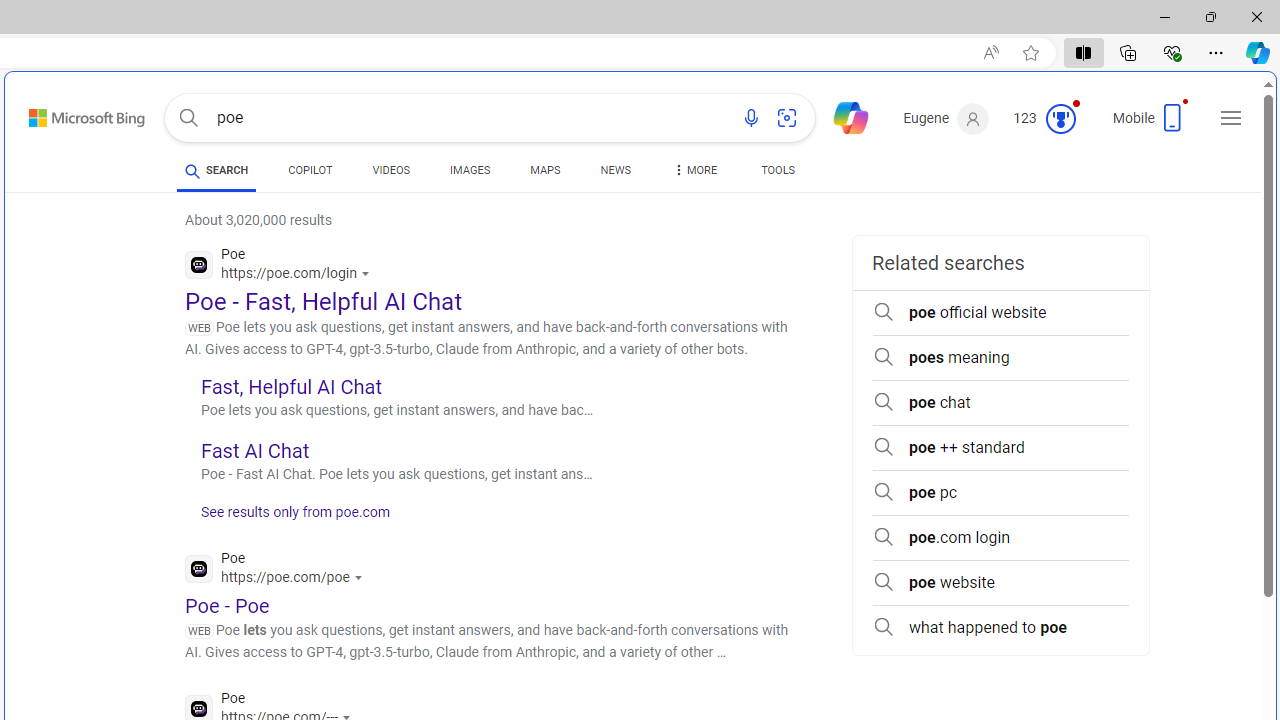  I want to click on 'poe.com login', so click(1000, 537).